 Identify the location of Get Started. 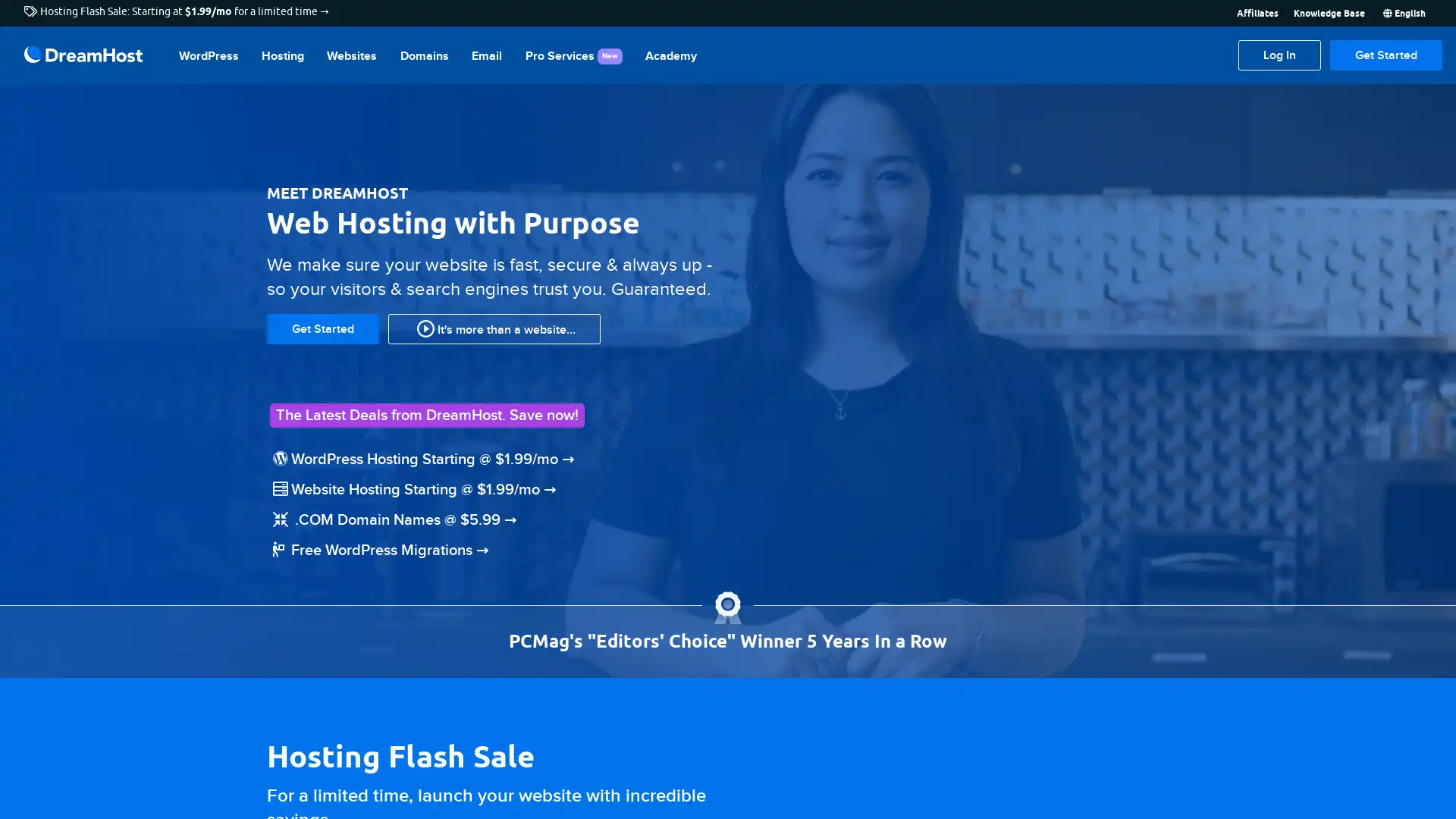
(1386, 55).